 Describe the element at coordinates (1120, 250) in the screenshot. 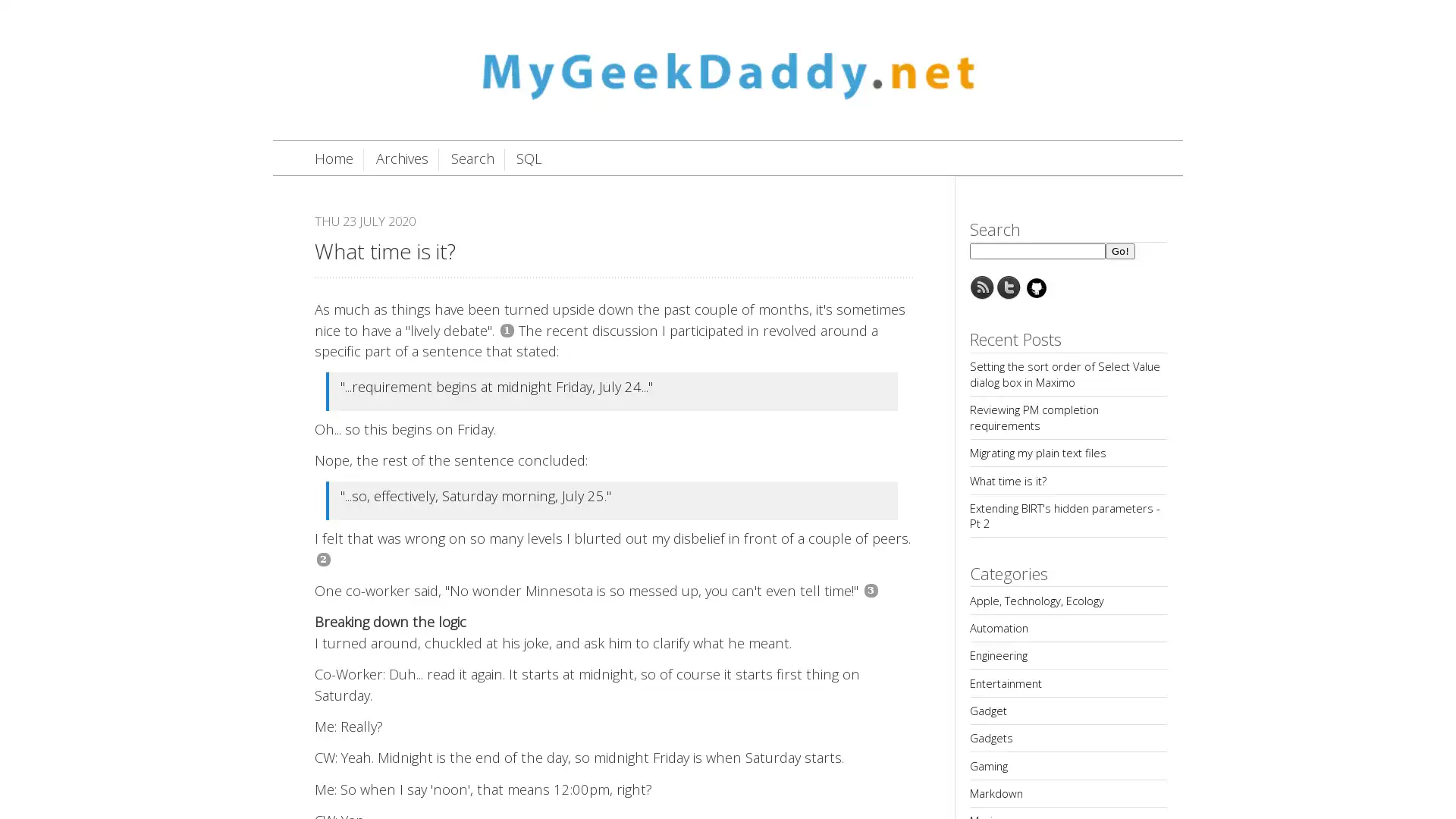

I see `Go!` at that location.